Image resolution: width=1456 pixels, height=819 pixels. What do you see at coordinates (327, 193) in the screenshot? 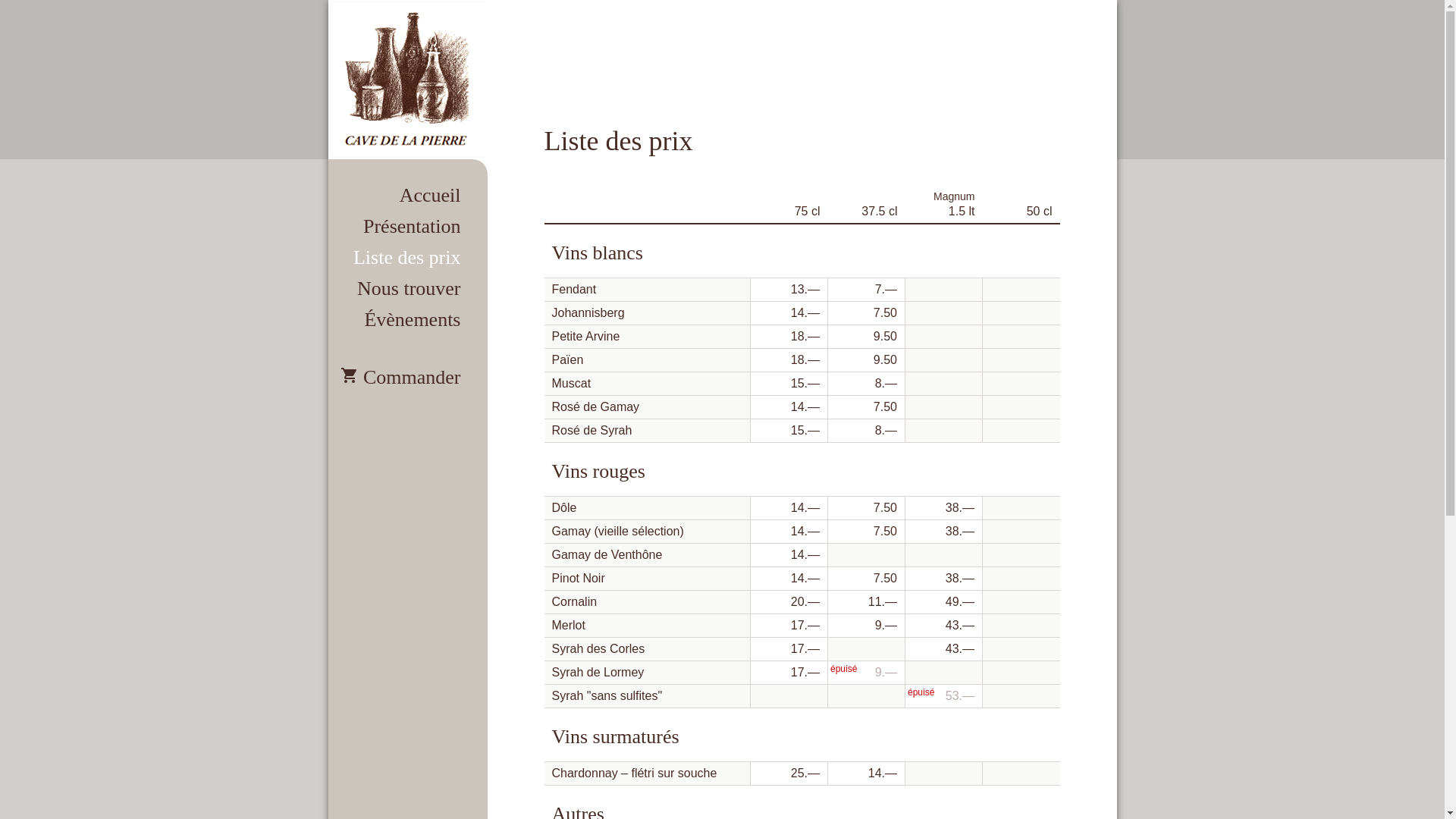
I see `'Accueil'` at bounding box center [327, 193].